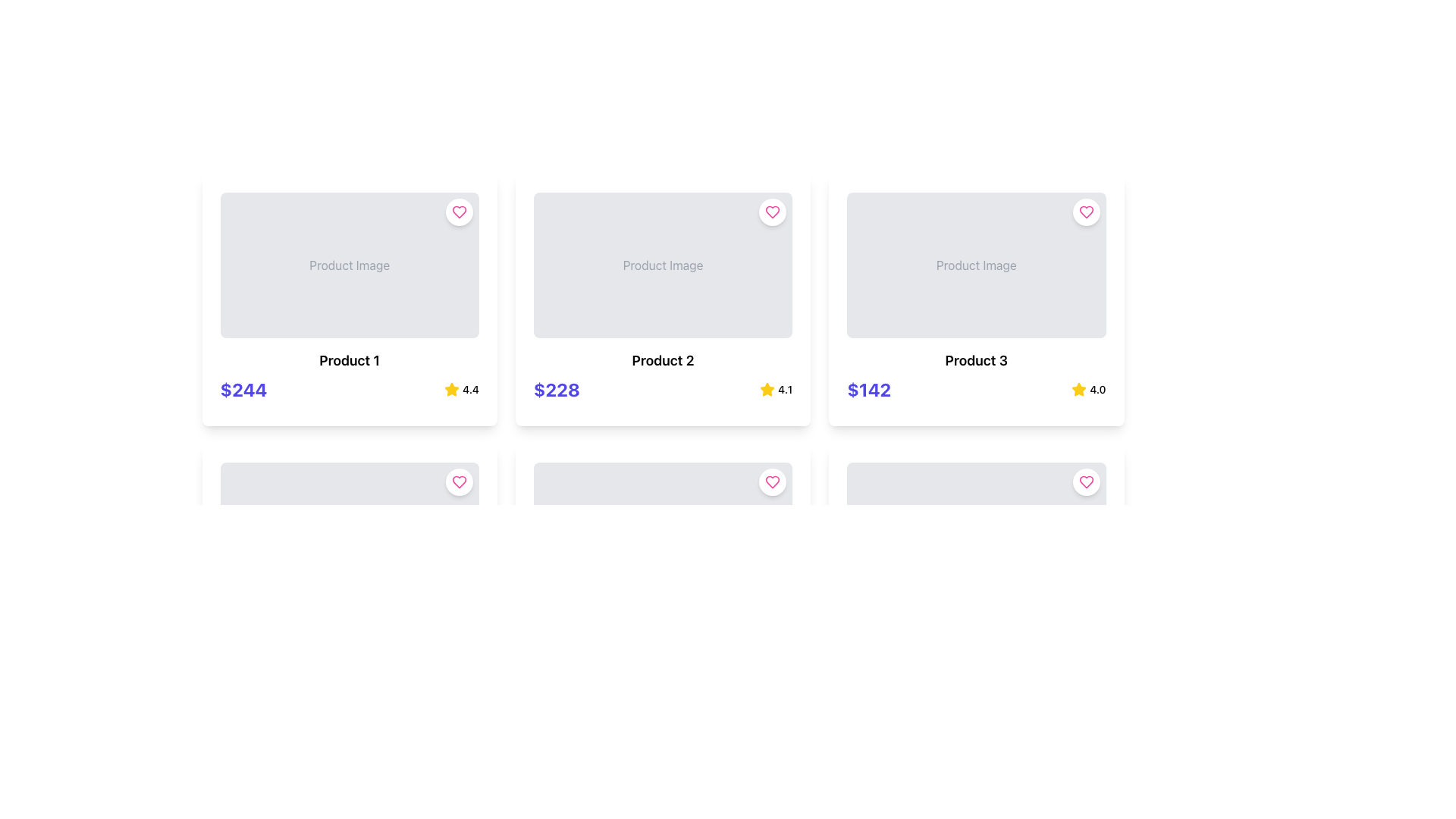  I want to click on the text label displaying 'Product 3' in bold black font, so click(976, 360).